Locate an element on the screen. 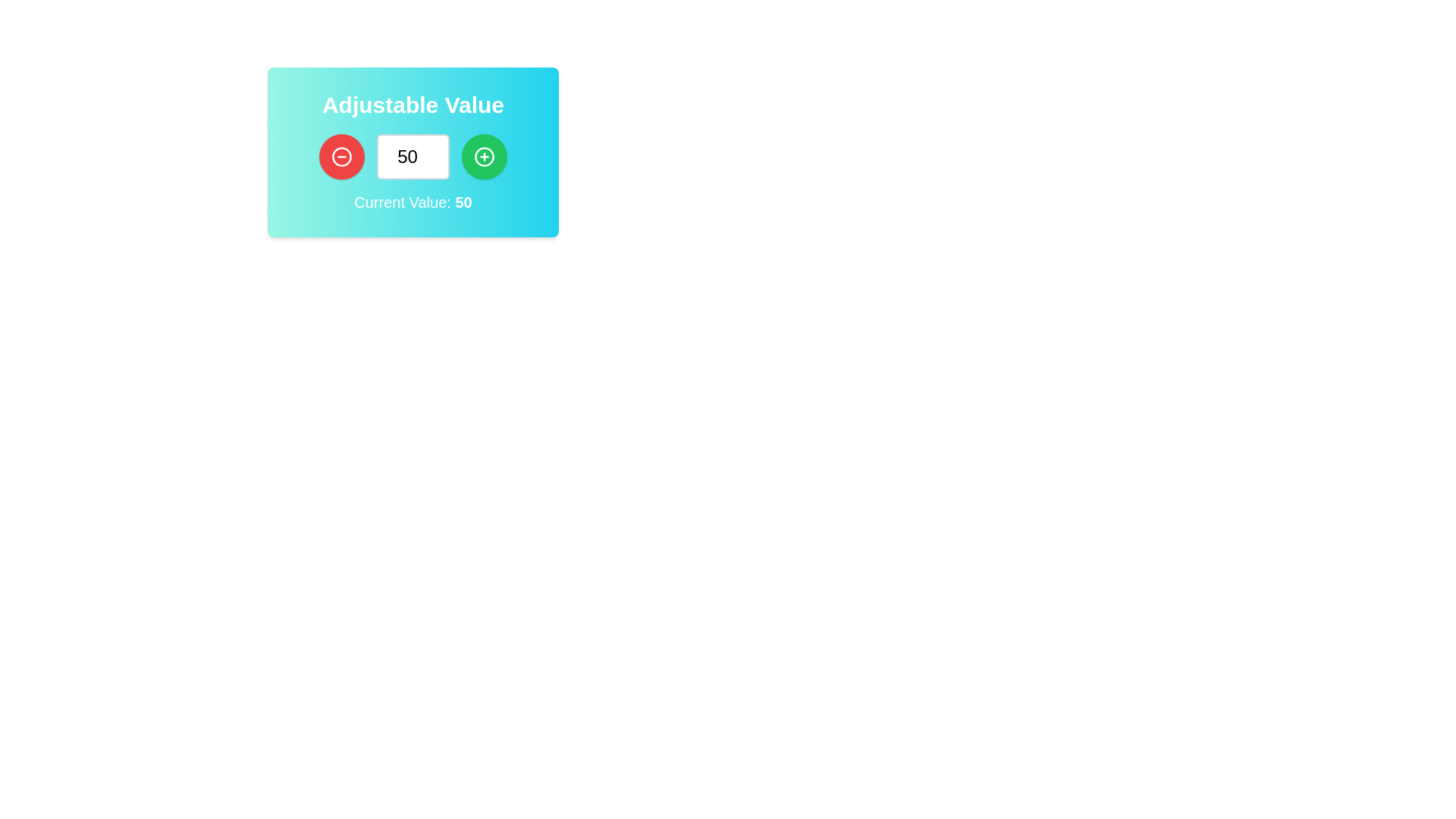  the green circular button that increments the value, located to the right of the numeric display and the red minus button in the 'Adjustable Value' card is located at coordinates (483, 157).